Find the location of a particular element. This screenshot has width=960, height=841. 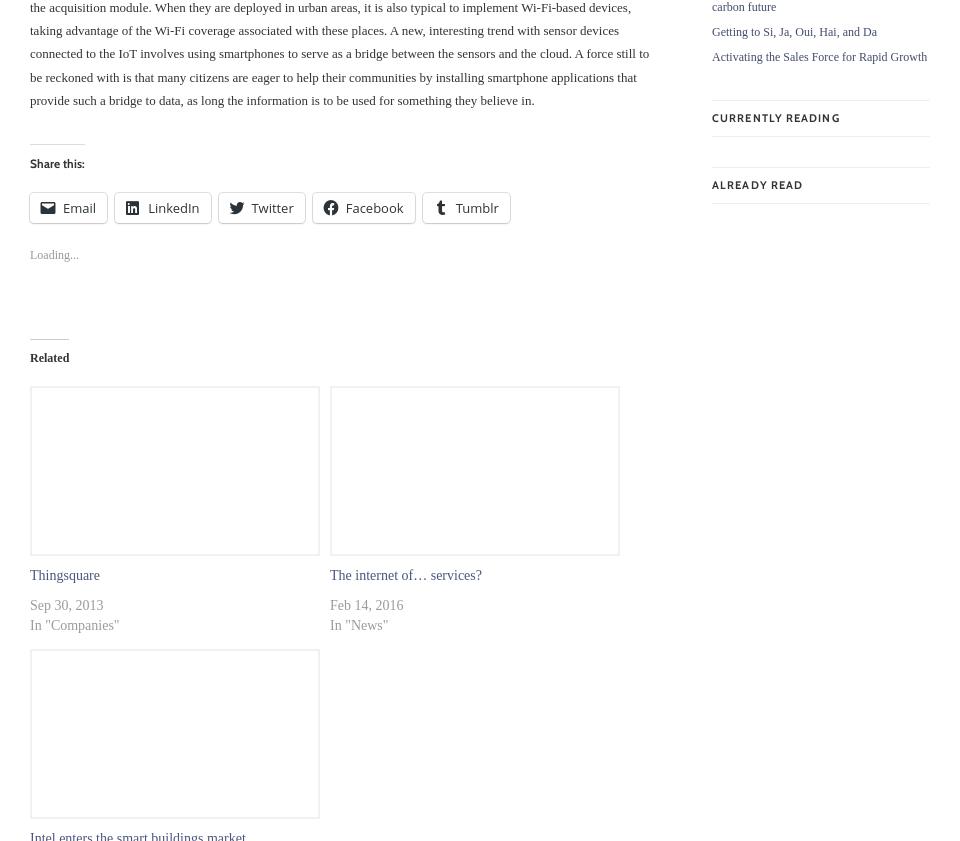

'Share this:' is located at coordinates (56, 162).